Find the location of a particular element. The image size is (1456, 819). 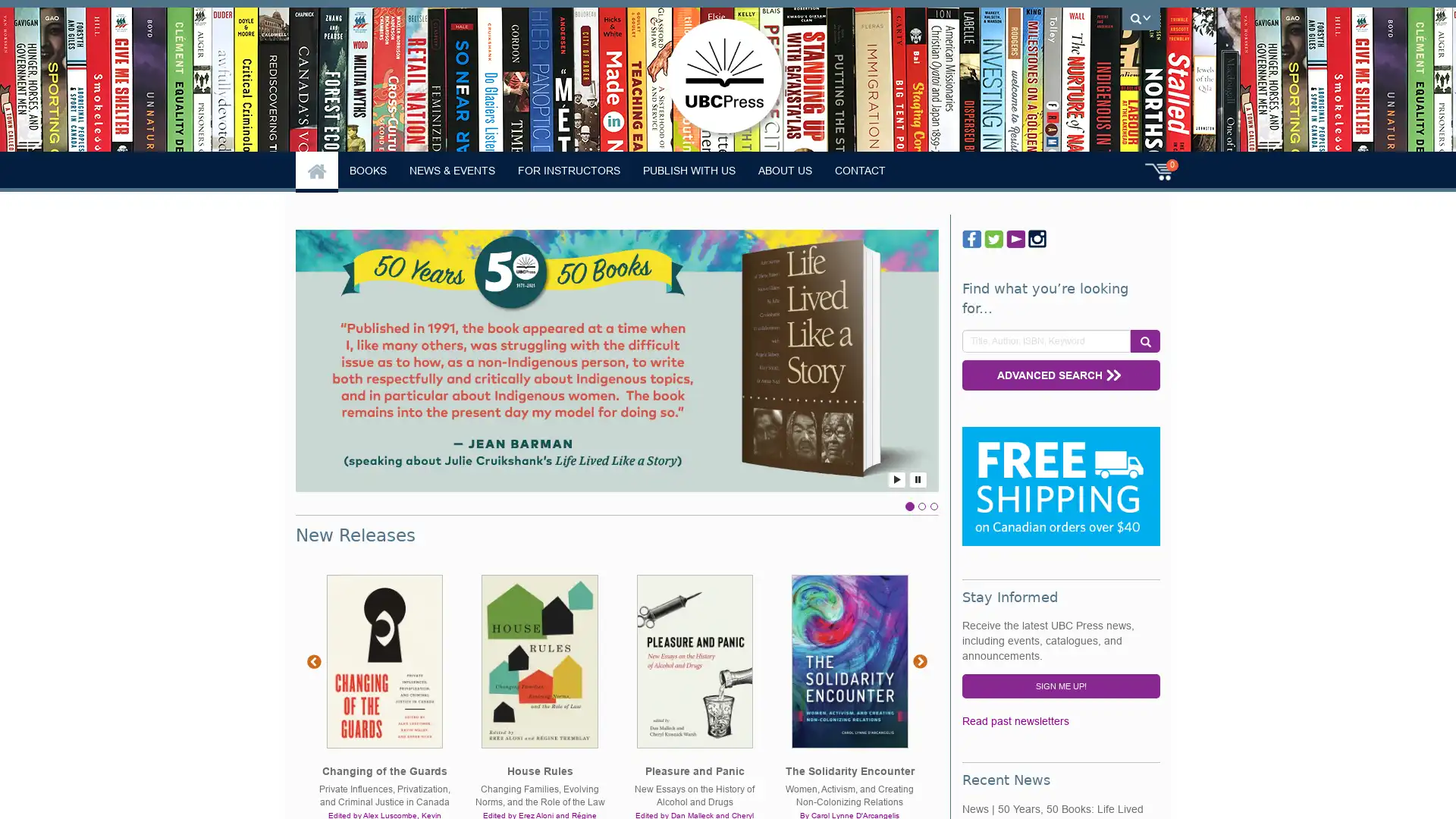

FOR INSTRUCTORS is located at coordinates (568, 170).